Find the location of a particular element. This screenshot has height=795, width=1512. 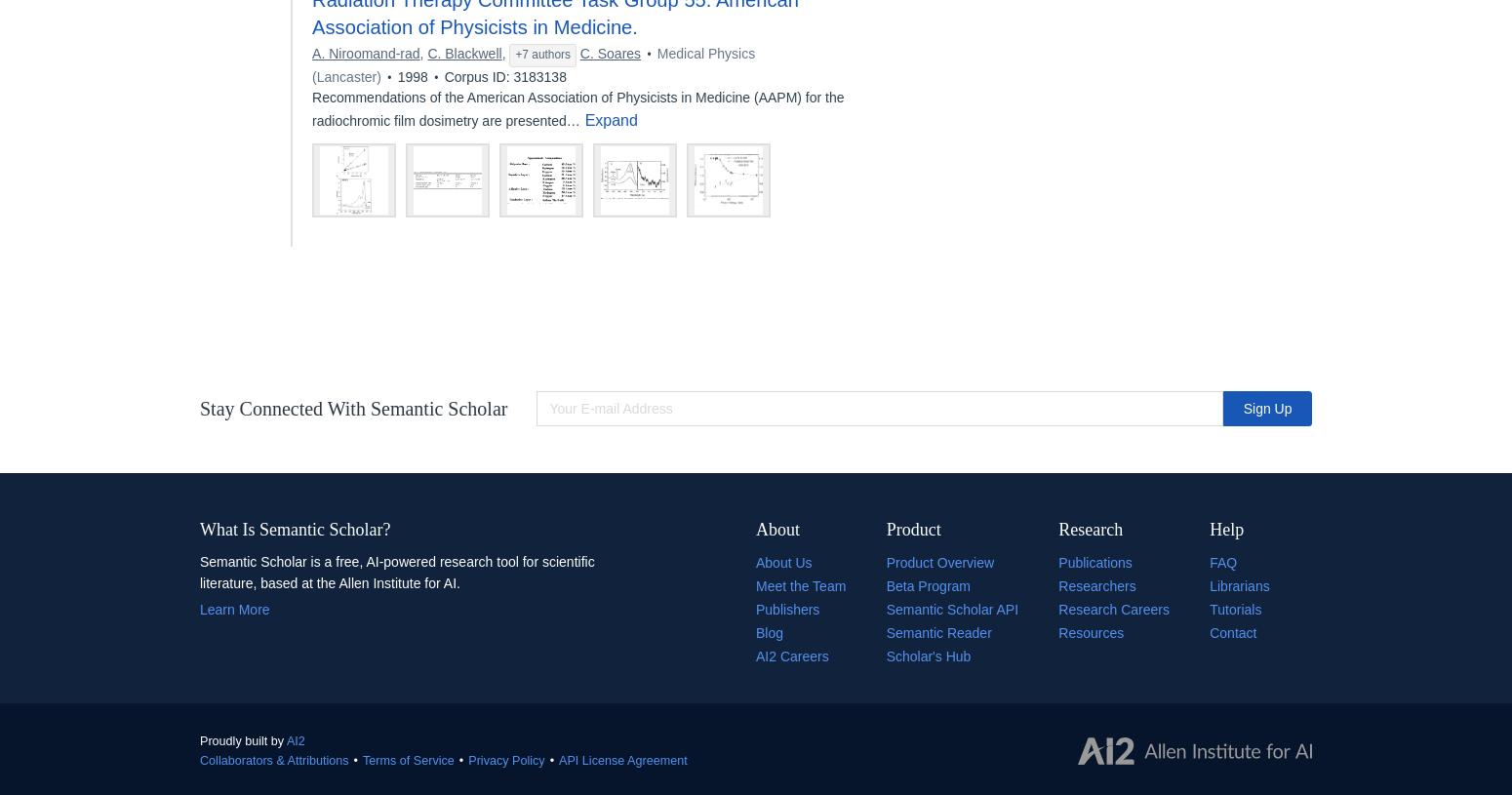

'API License Agreement' is located at coordinates (621, 759).